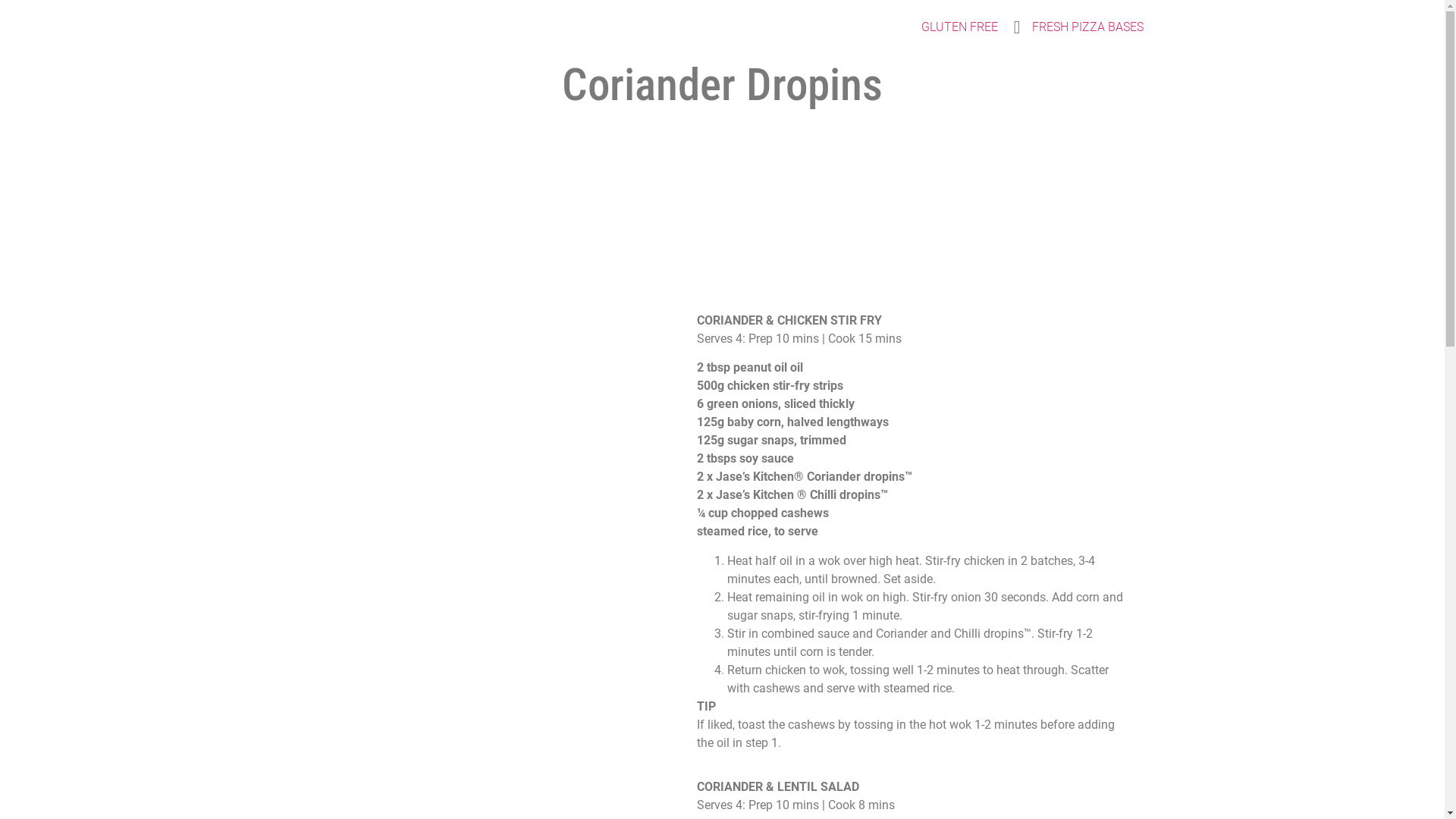 This screenshot has height=819, width=1456. What do you see at coordinates (959, 27) in the screenshot?
I see `'GLUTEN FREE'` at bounding box center [959, 27].